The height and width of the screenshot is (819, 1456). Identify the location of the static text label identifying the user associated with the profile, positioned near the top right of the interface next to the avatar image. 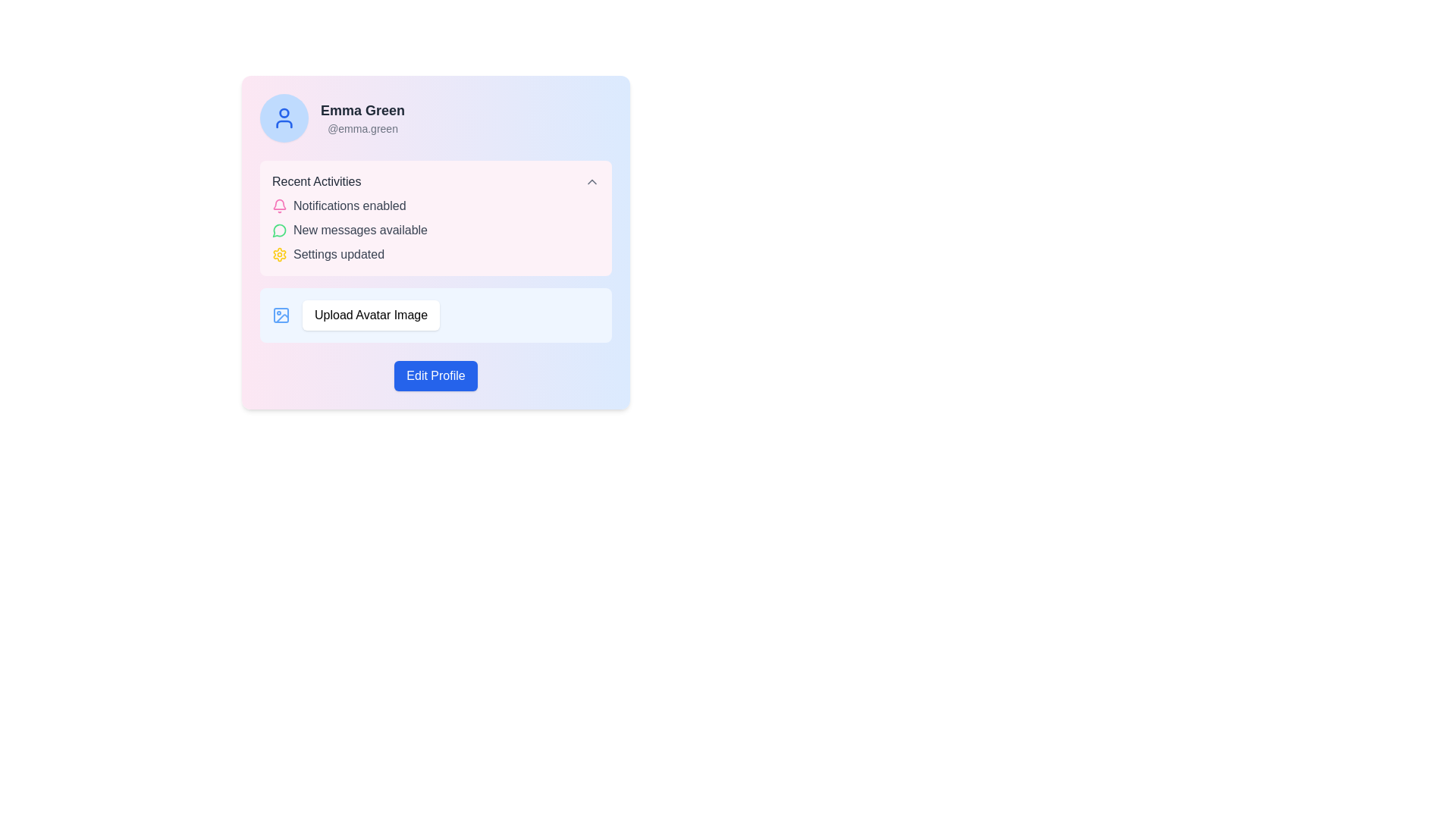
(362, 110).